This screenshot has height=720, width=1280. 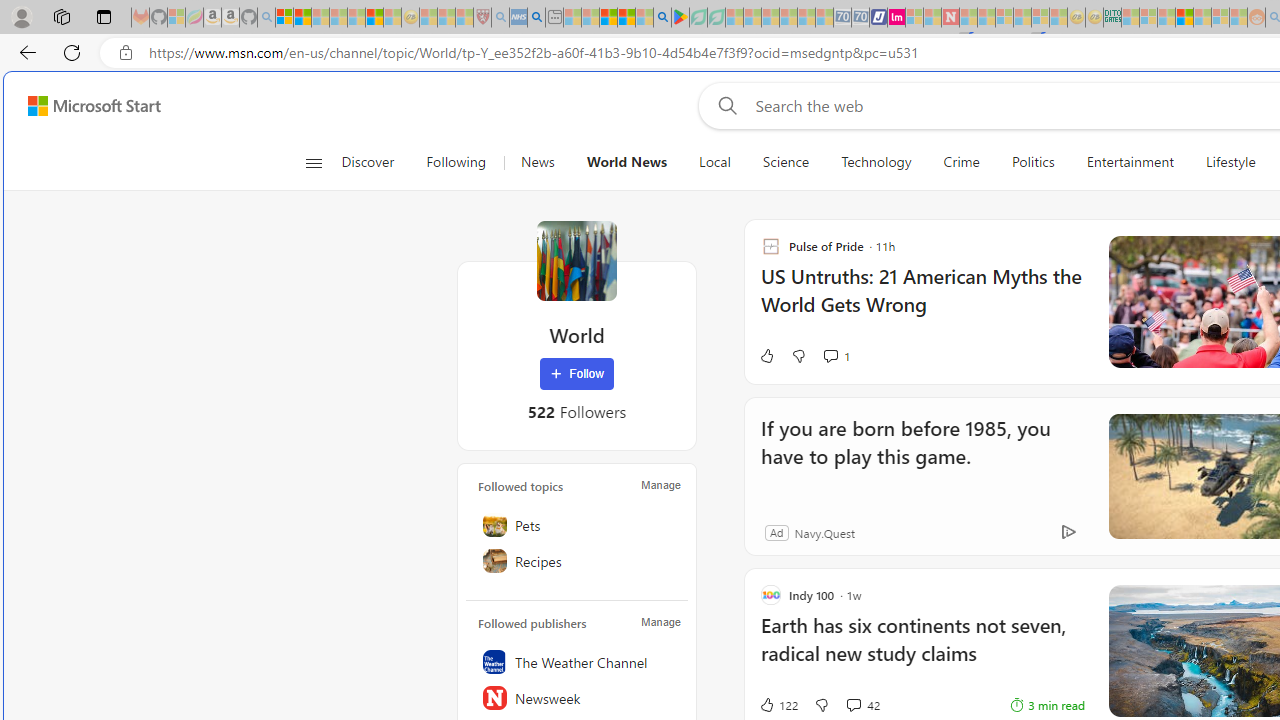 What do you see at coordinates (576, 697) in the screenshot?
I see `'Newsweek'` at bounding box center [576, 697].